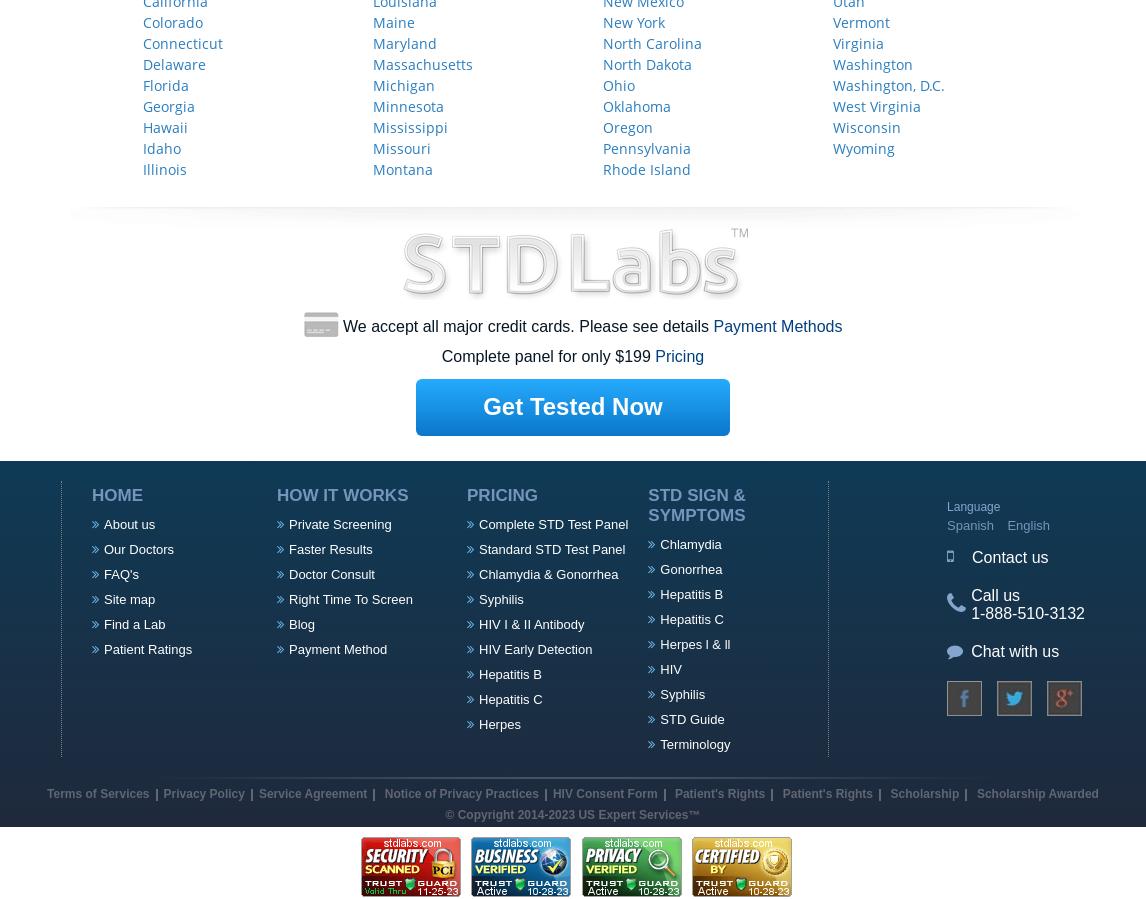 This screenshot has width=1146, height=899. Describe the element at coordinates (876, 104) in the screenshot. I see `'West Virginia'` at that location.